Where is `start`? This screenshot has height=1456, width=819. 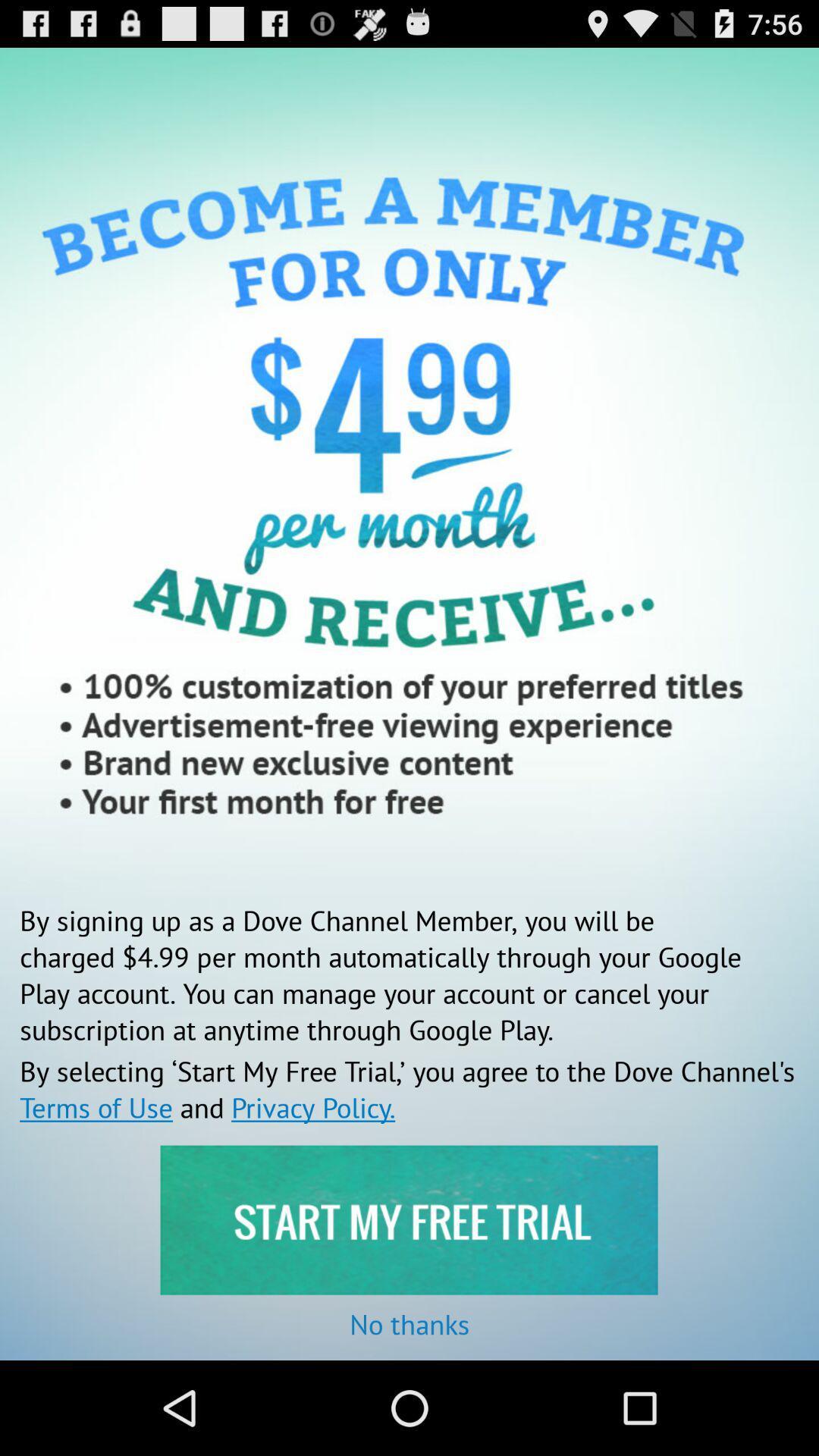
start is located at coordinates (408, 1220).